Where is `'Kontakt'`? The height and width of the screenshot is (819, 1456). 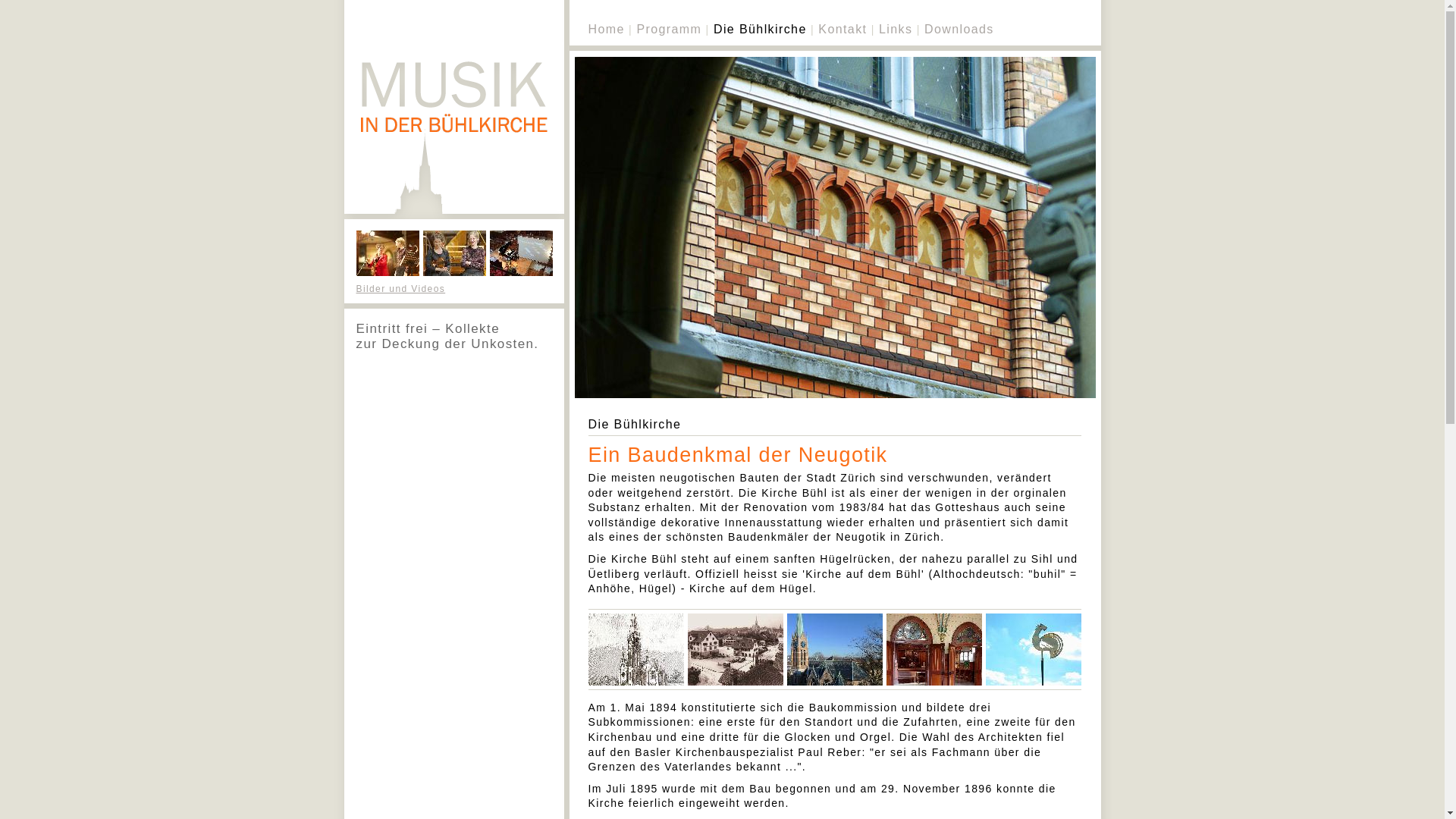 'Kontakt' is located at coordinates (841, 29).